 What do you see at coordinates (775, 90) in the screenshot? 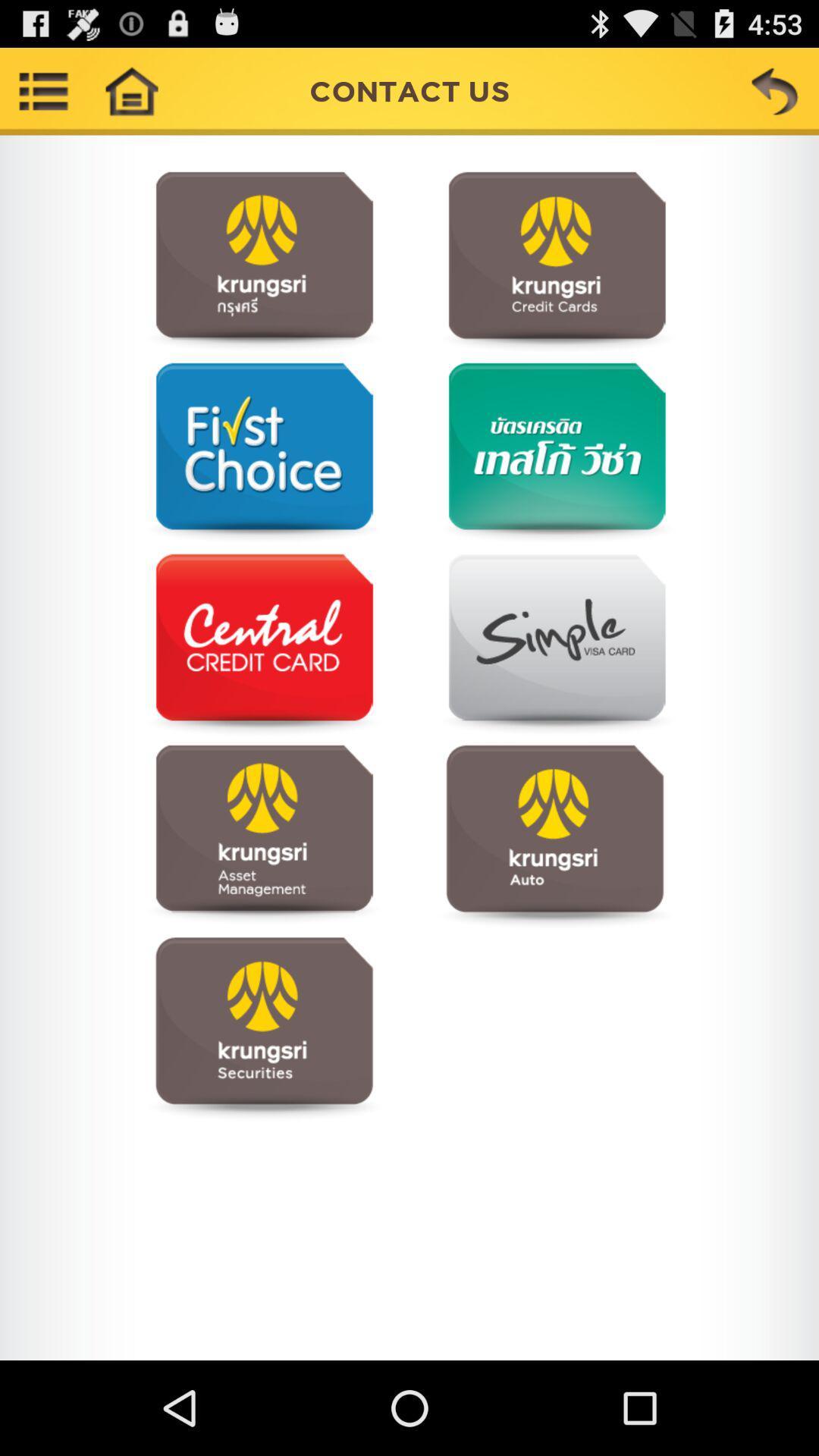
I see `go back` at bounding box center [775, 90].